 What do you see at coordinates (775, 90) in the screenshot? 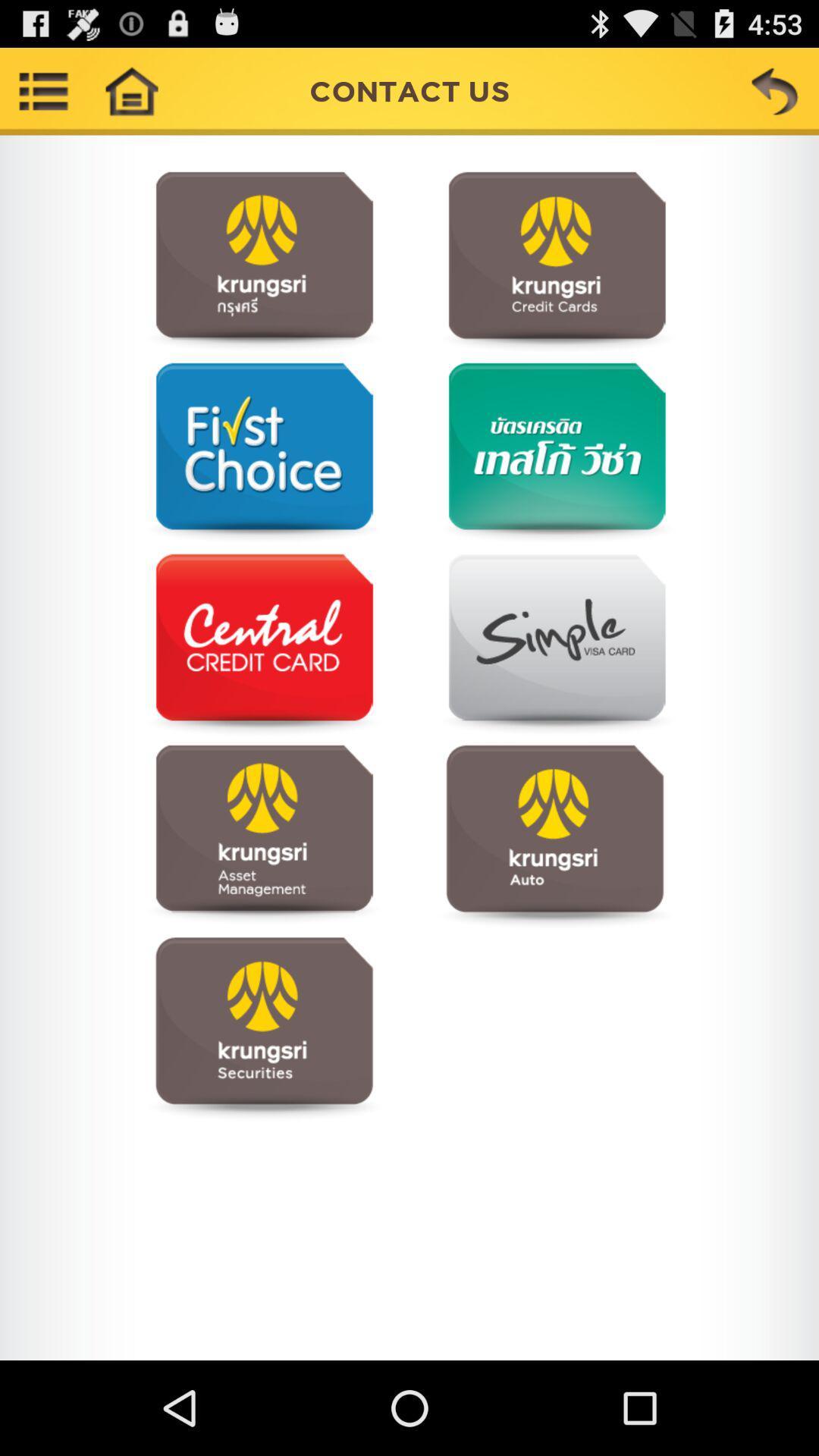
I see `go back` at bounding box center [775, 90].